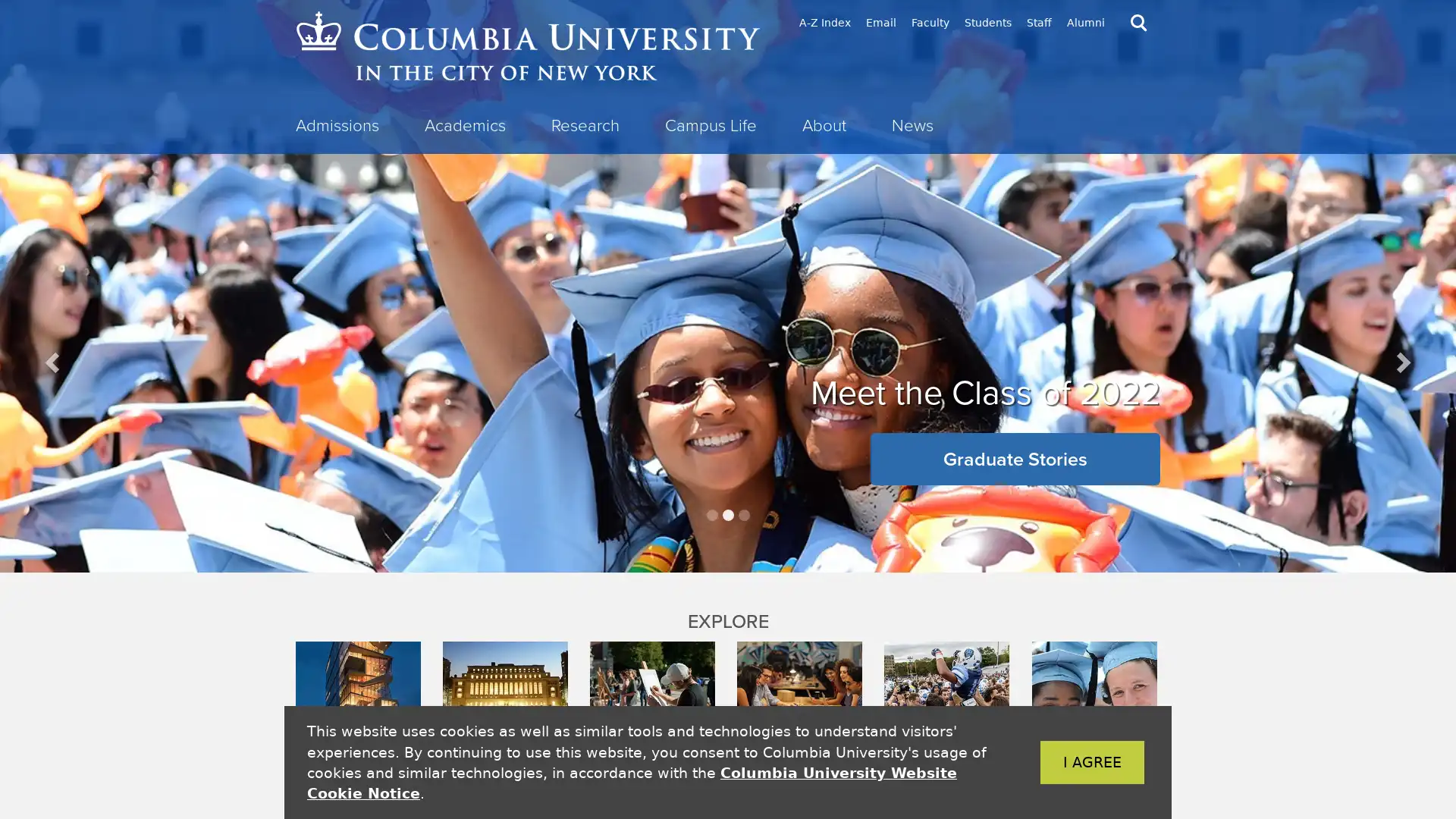 Image resolution: width=1456 pixels, height=819 pixels. Describe the element at coordinates (1015, 458) in the screenshot. I see `Graduate Stories` at that location.